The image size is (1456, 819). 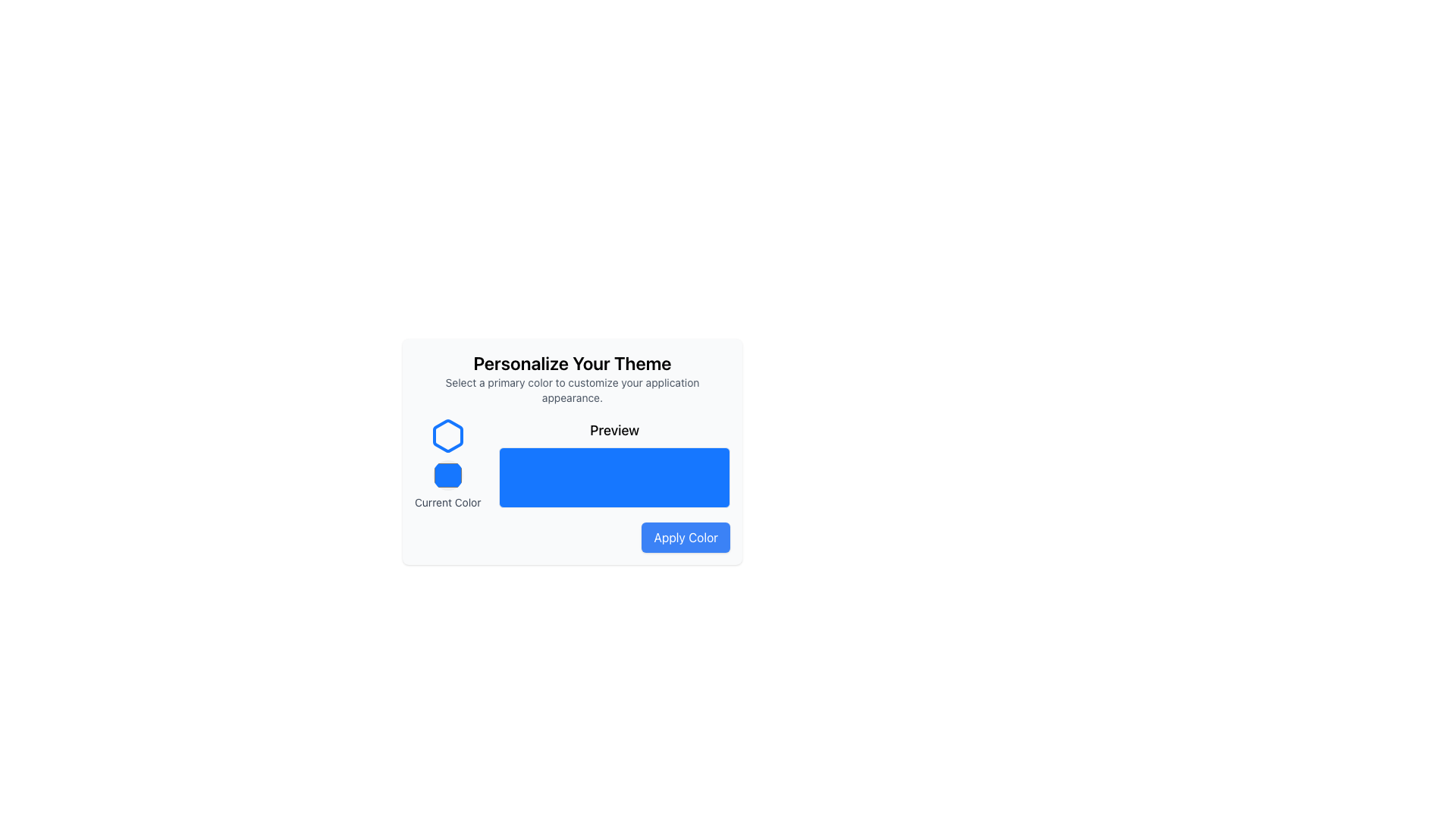 I want to click on label located centrally in the 'Personalize Your Theme' section, which indicates the preview area for the user's selected theme, so click(x=614, y=430).